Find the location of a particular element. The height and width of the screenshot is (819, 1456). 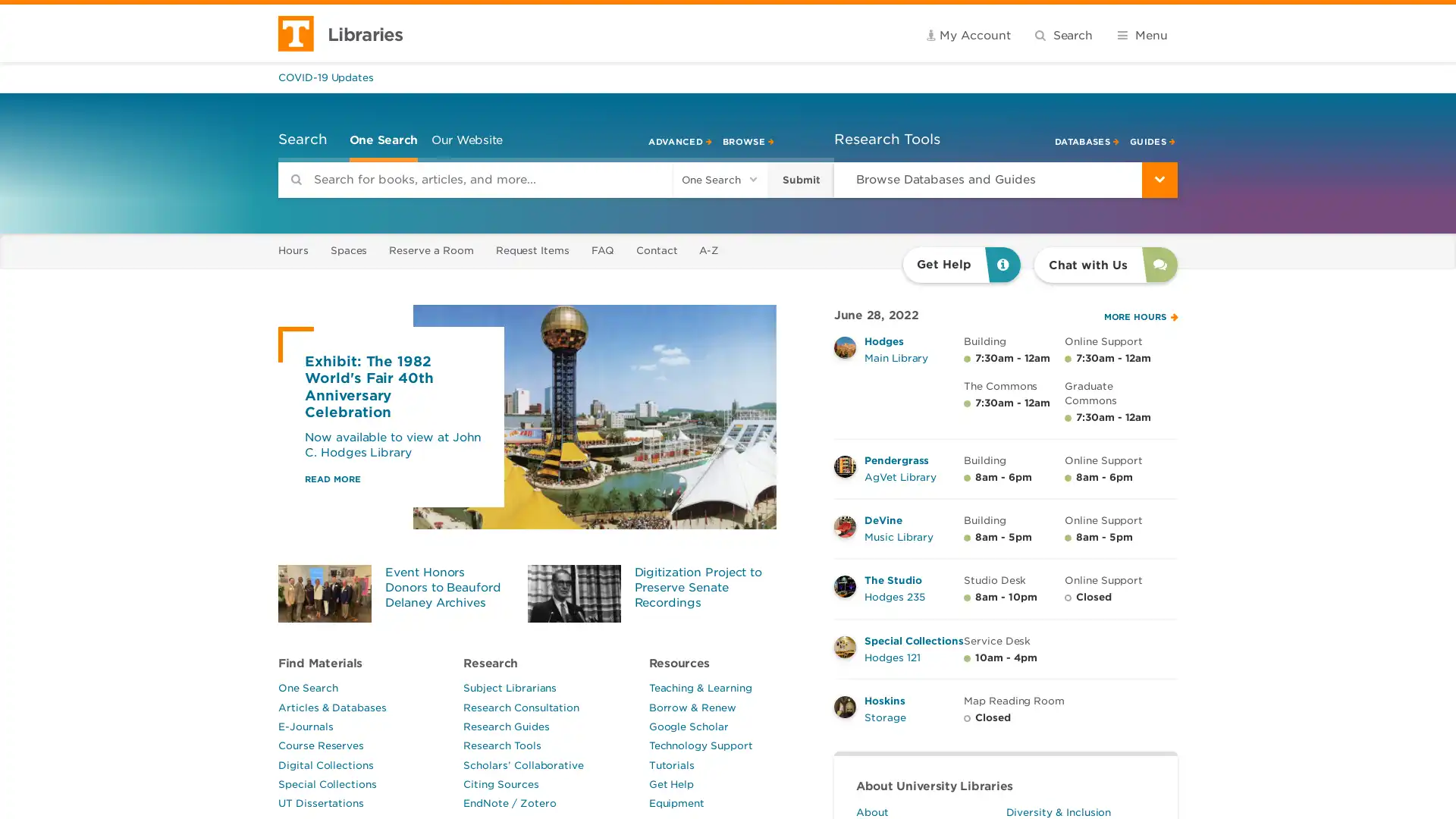

Submit is located at coordinates (742, 178).